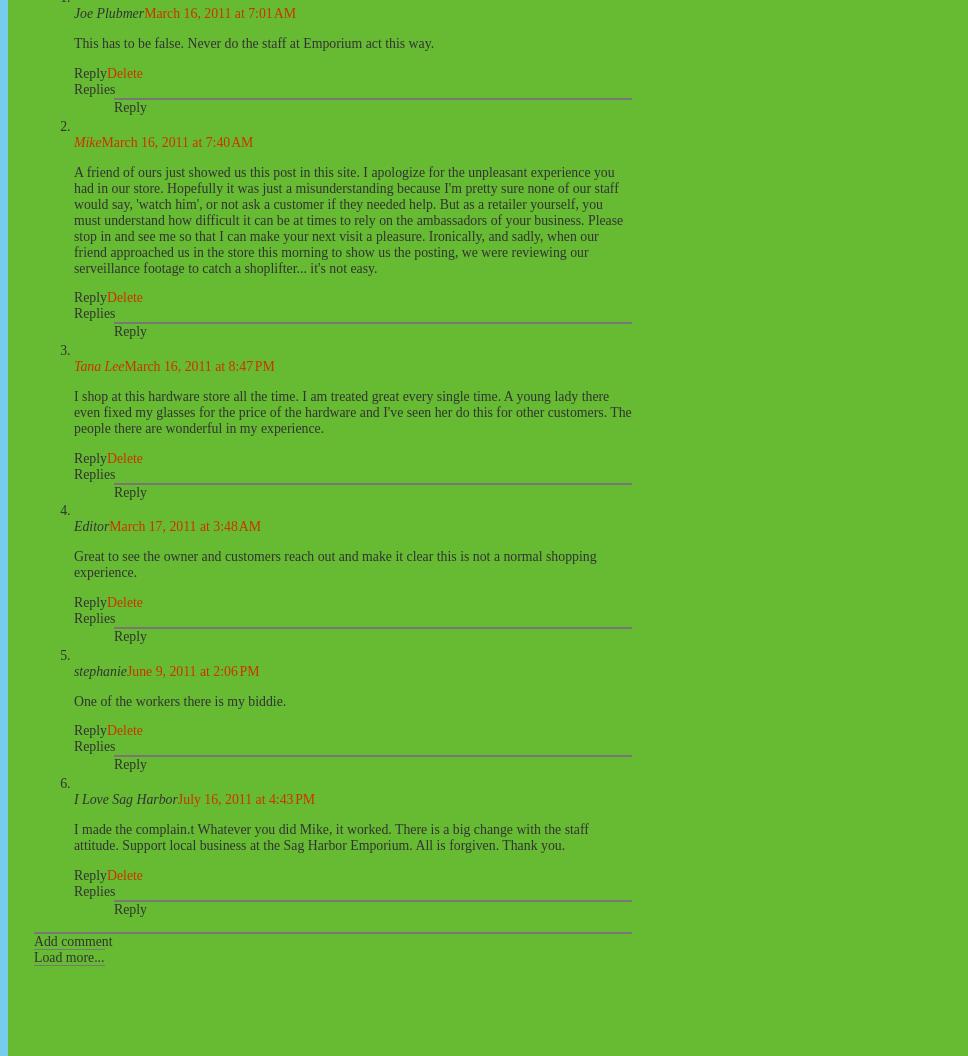  What do you see at coordinates (254, 43) in the screenshot?
I see `'This has to be false. Never do the staff at Emporium act this way.'` at bounding box center [254, 43].